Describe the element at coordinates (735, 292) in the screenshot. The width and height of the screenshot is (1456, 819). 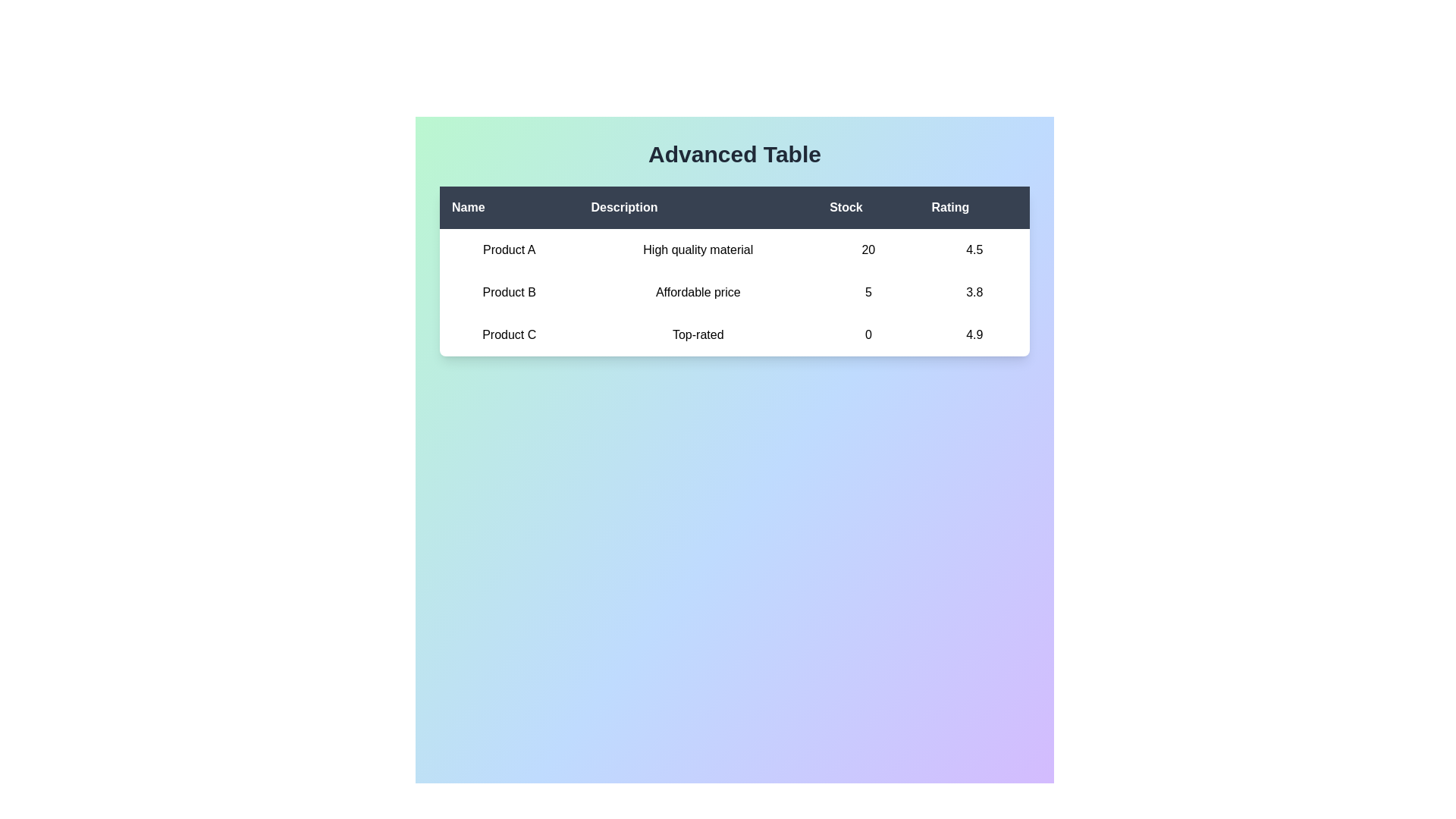
I see `information displayed in the second row of the product table, which includes the product name 'Product B', description 'Affordable price', stock quantity '5', and rating '3.8'` at that location.